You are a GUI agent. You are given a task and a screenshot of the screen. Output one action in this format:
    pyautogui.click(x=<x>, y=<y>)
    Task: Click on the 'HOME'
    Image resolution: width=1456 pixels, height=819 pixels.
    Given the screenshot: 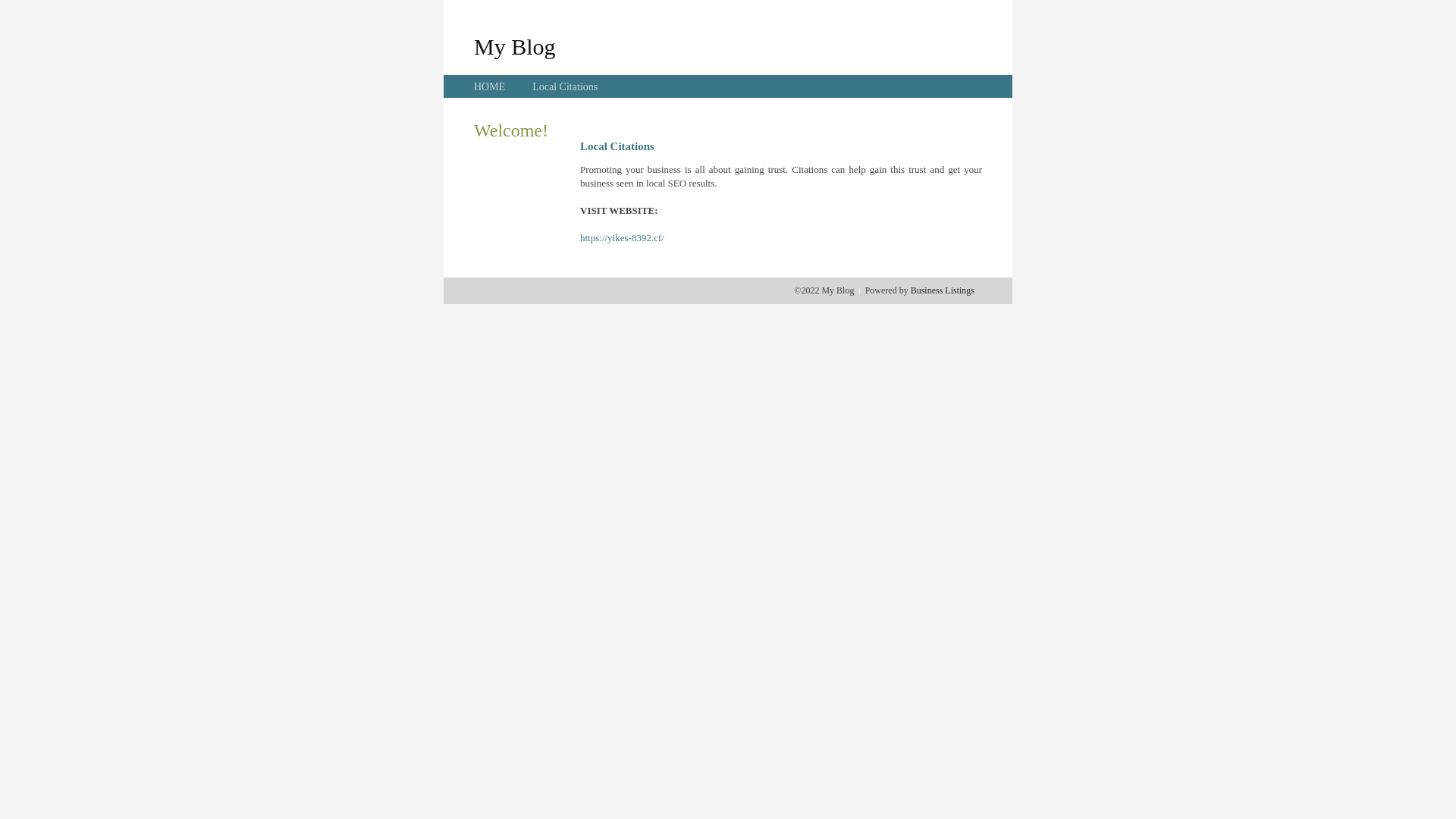 What is the action you would take?
    pyautogui.click(x=489, y=86)
    